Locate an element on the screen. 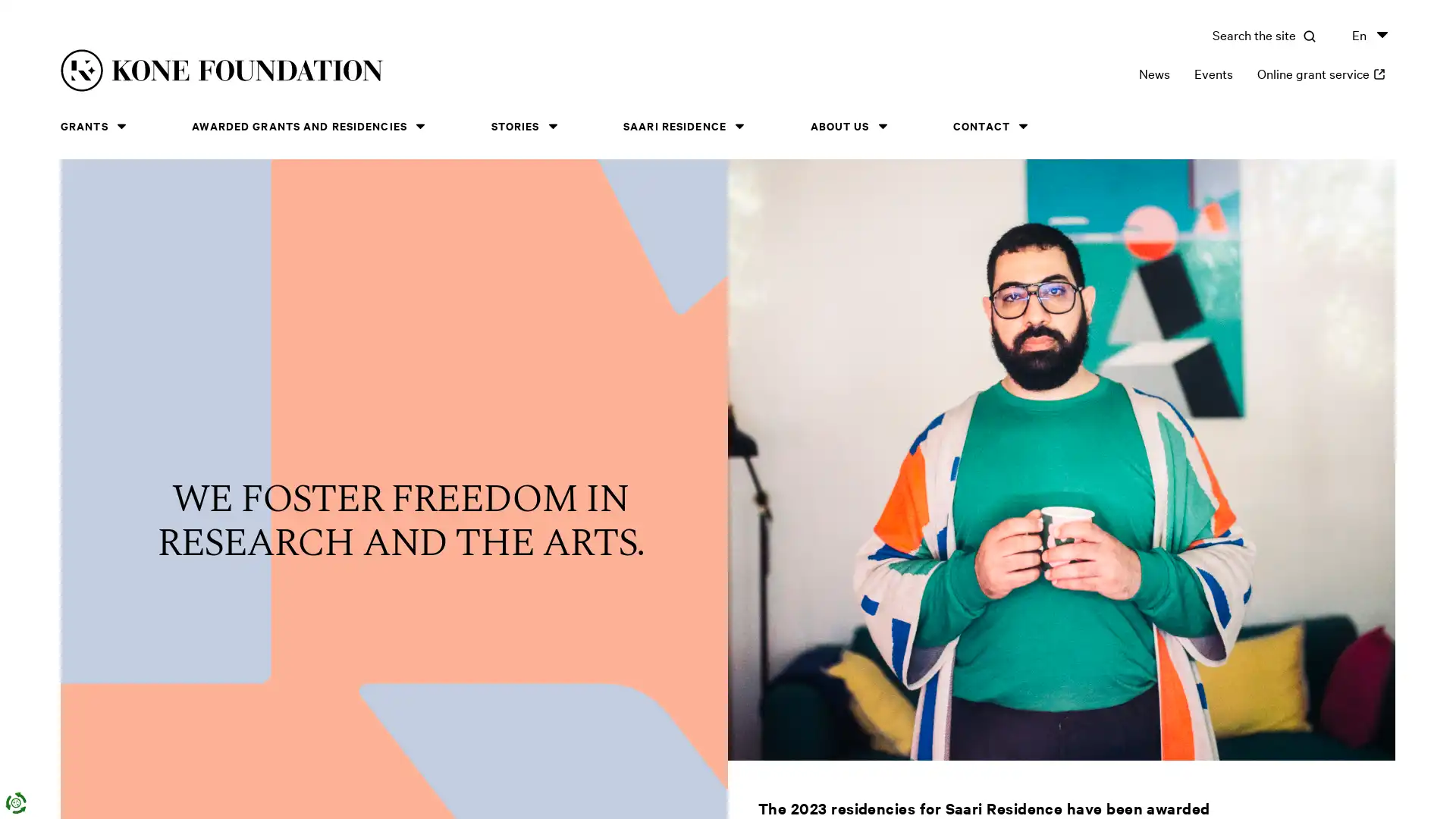  About us osion alavalikko is located at coordinates (882, 125).